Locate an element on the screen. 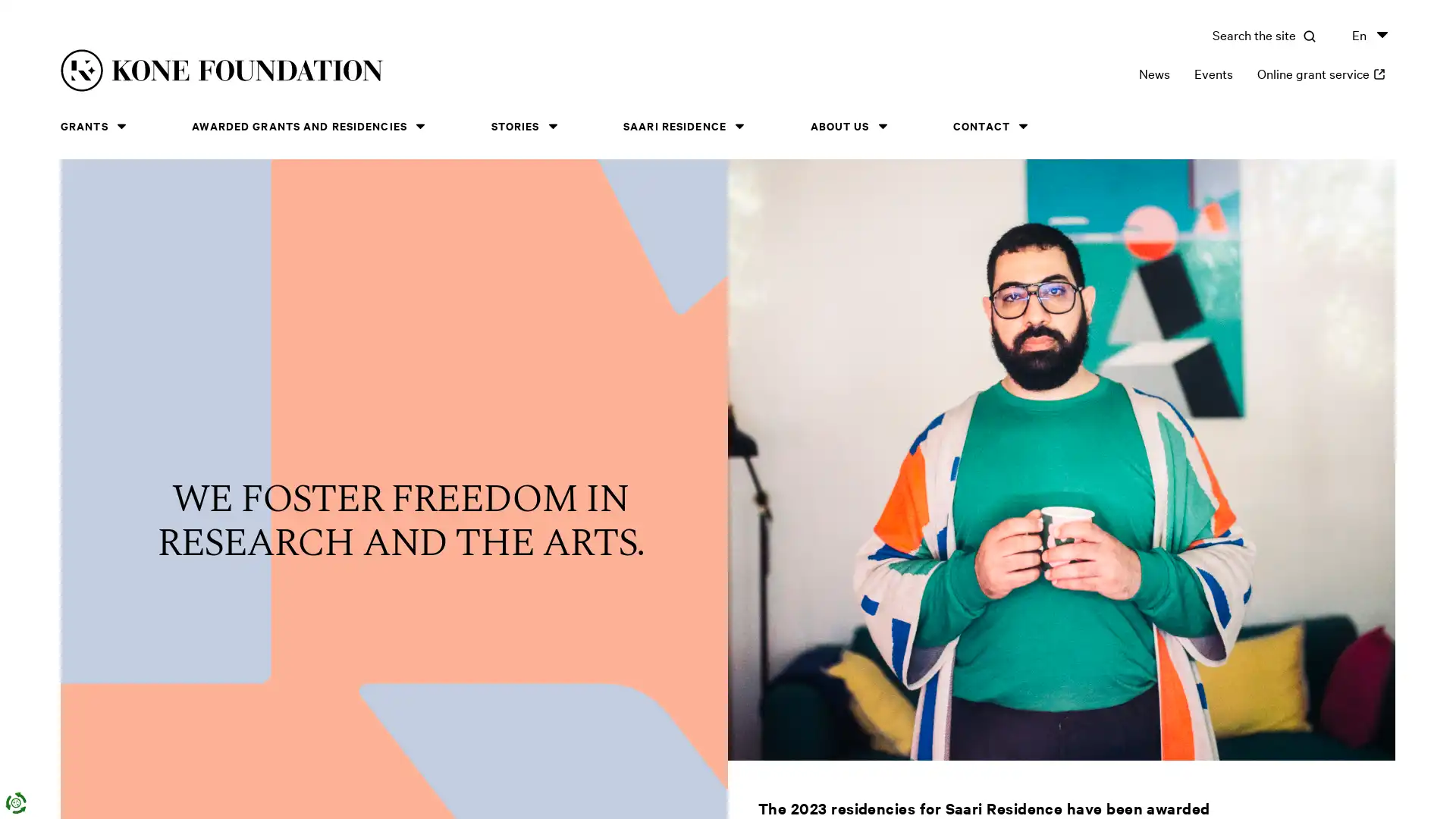  About us osion alavalikko is located at coordinates (882, 125).